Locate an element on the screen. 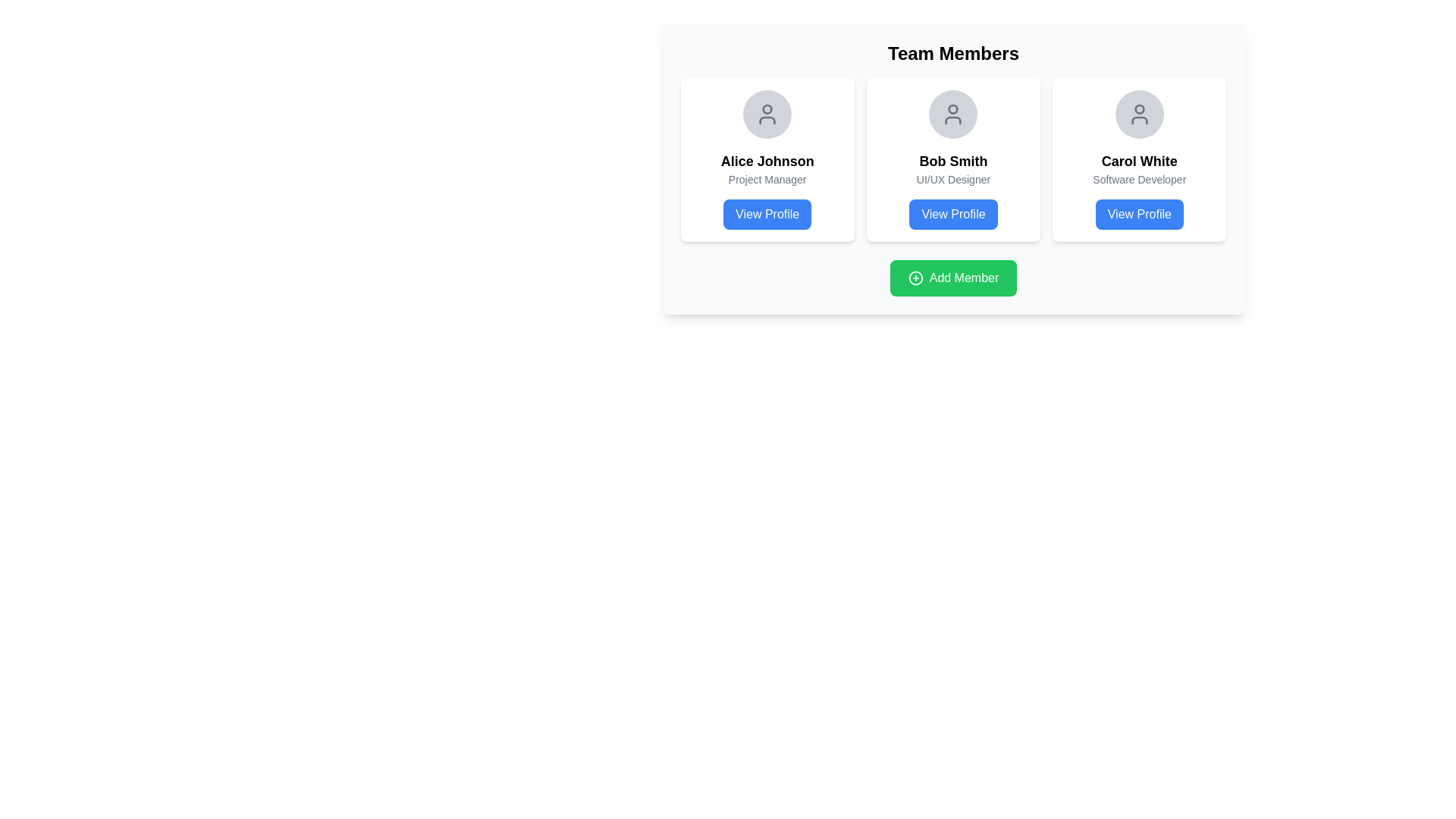 This screenshot has height=819, width=1456. the small circular graphical feature within the upper portion of the gray circular user icon representing user 'Bob Smith' is located at coordinates (952, 108).